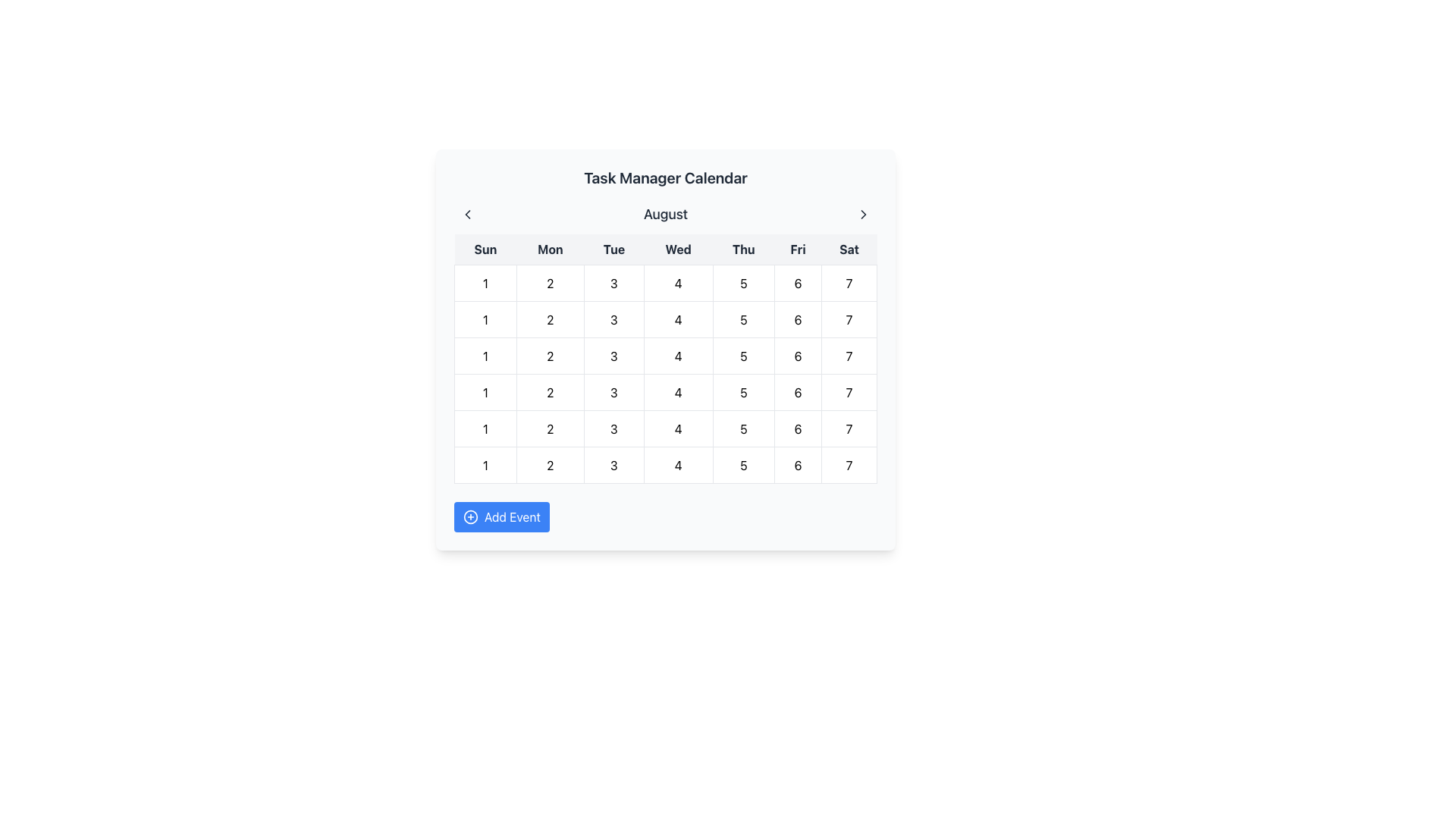  Describe the element at coordinates (613, 391) in the screenshot. I see `to select the date '3' in the calendar's third cell of the third column` at that location.